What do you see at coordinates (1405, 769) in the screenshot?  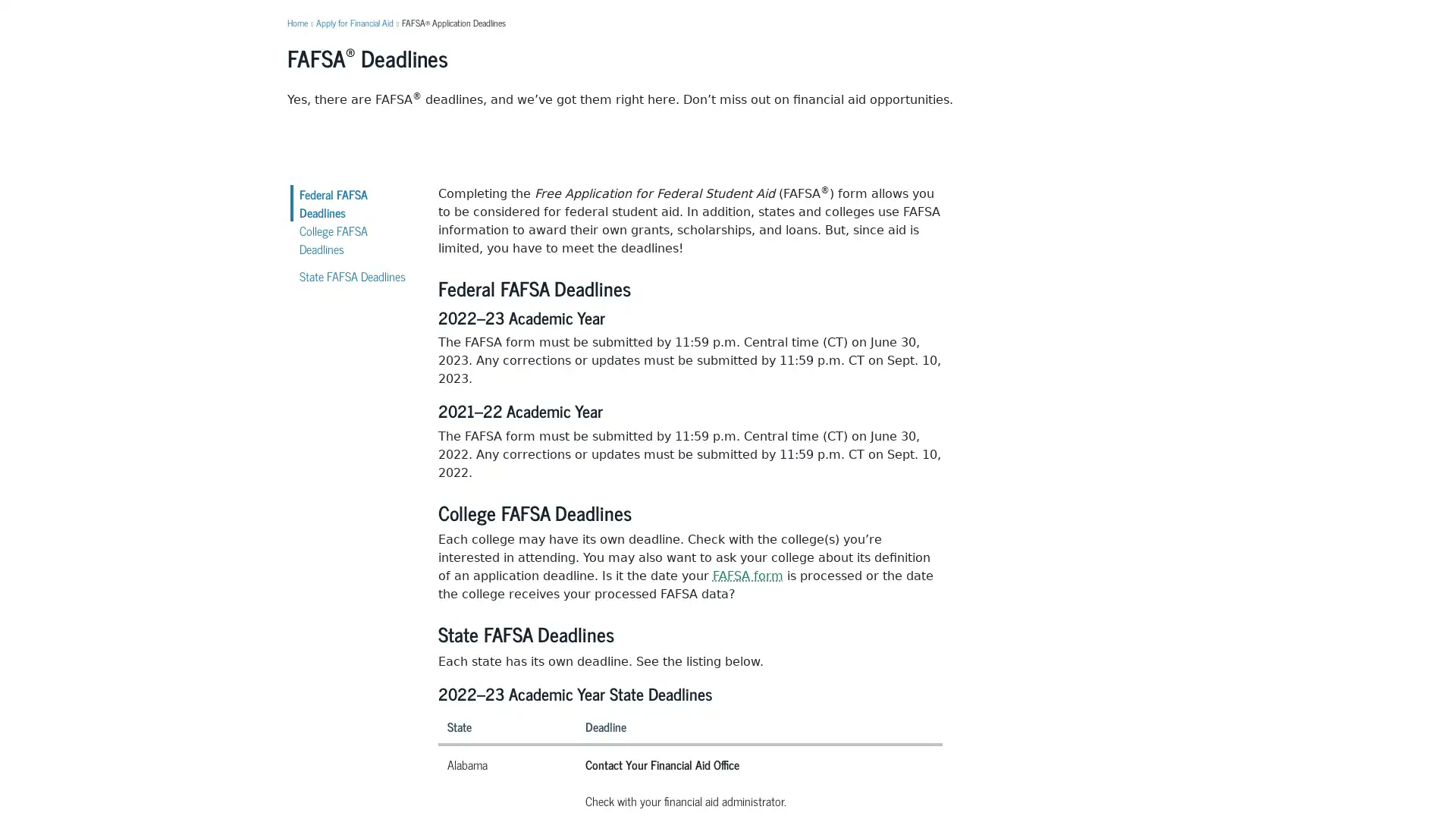 I see `Initiate Chat` at bounding box center [1405, 769].